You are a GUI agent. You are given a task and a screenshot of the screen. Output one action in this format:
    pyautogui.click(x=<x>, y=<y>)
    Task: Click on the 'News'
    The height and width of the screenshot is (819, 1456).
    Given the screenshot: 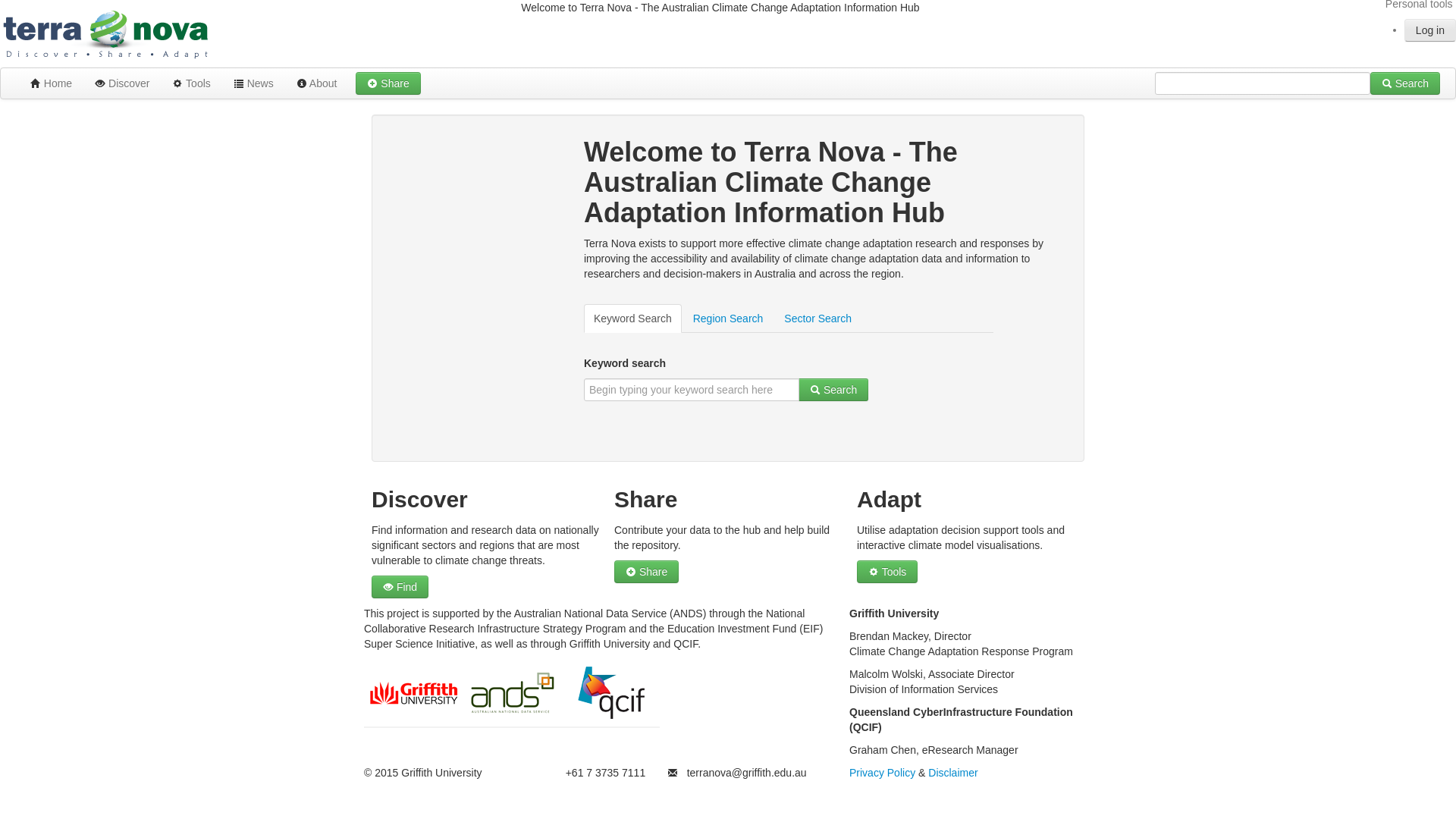 What is the action you would take?
    pyautogui.click(x=253, y=83)
    